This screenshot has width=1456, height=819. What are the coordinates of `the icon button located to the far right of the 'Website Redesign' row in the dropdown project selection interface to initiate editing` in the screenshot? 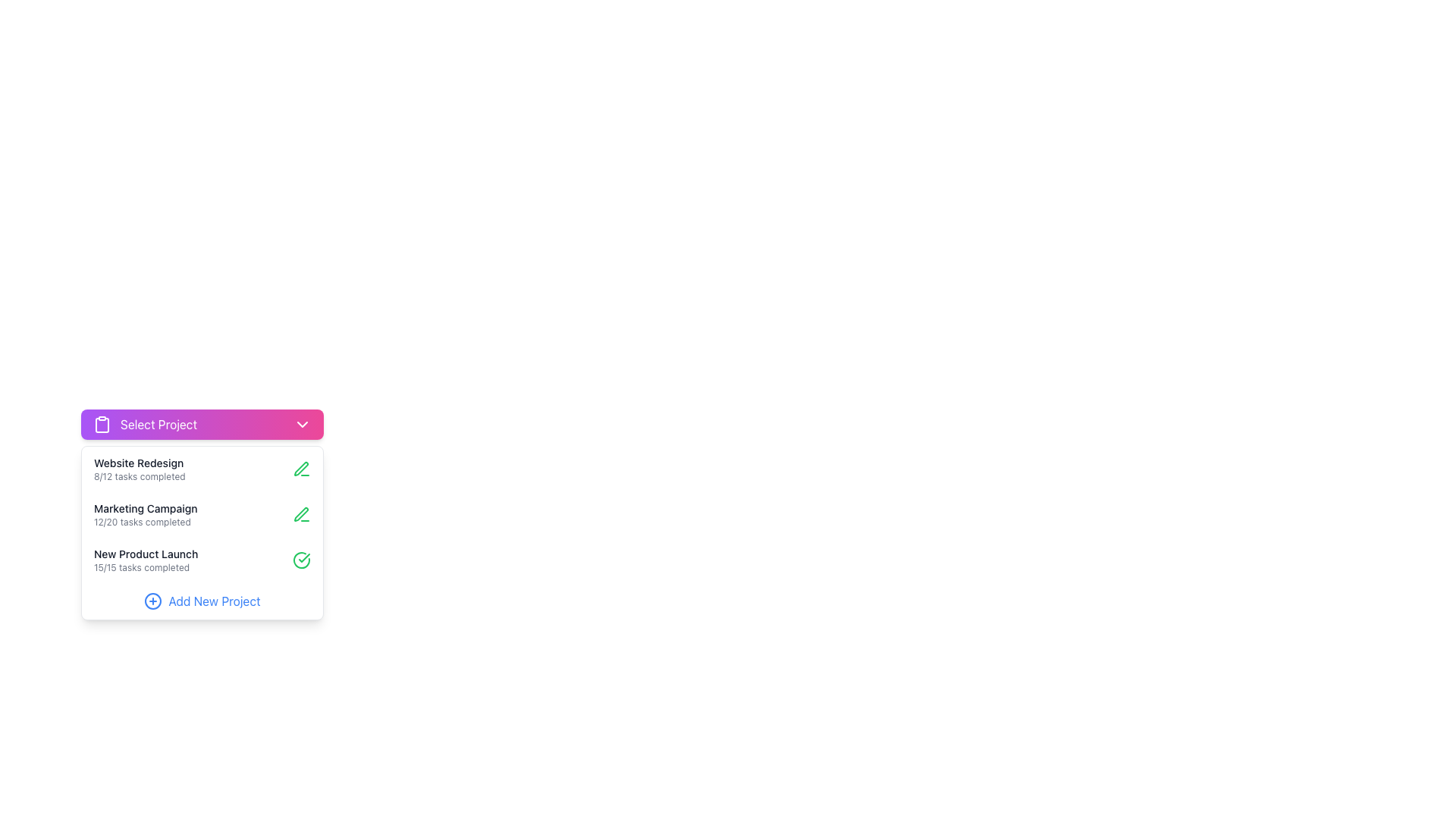 It's located at (302, 468).